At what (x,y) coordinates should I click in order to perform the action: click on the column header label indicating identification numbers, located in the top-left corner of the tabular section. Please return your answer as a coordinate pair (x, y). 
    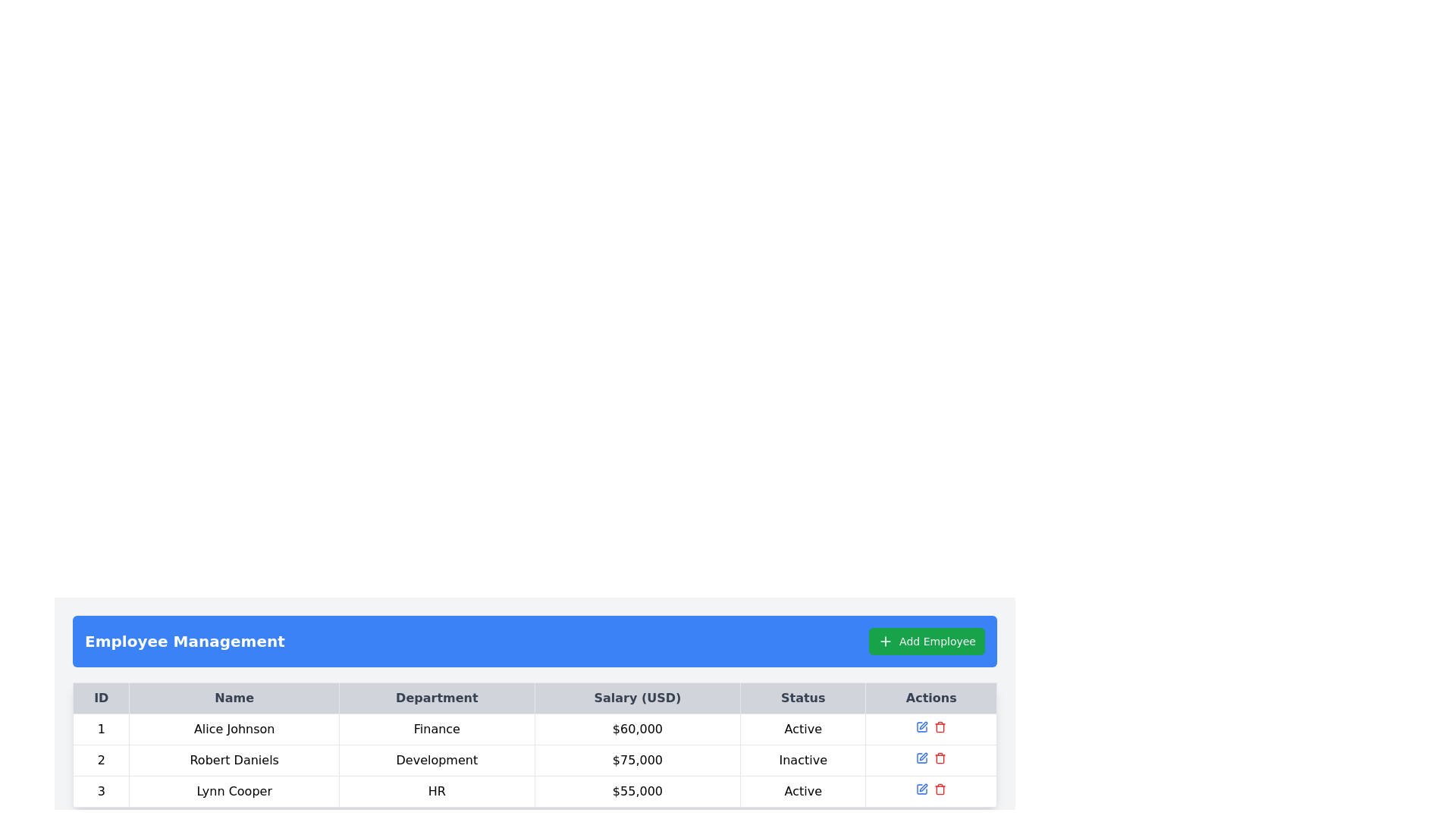
    Looking at the image, I should click on (100, 698).